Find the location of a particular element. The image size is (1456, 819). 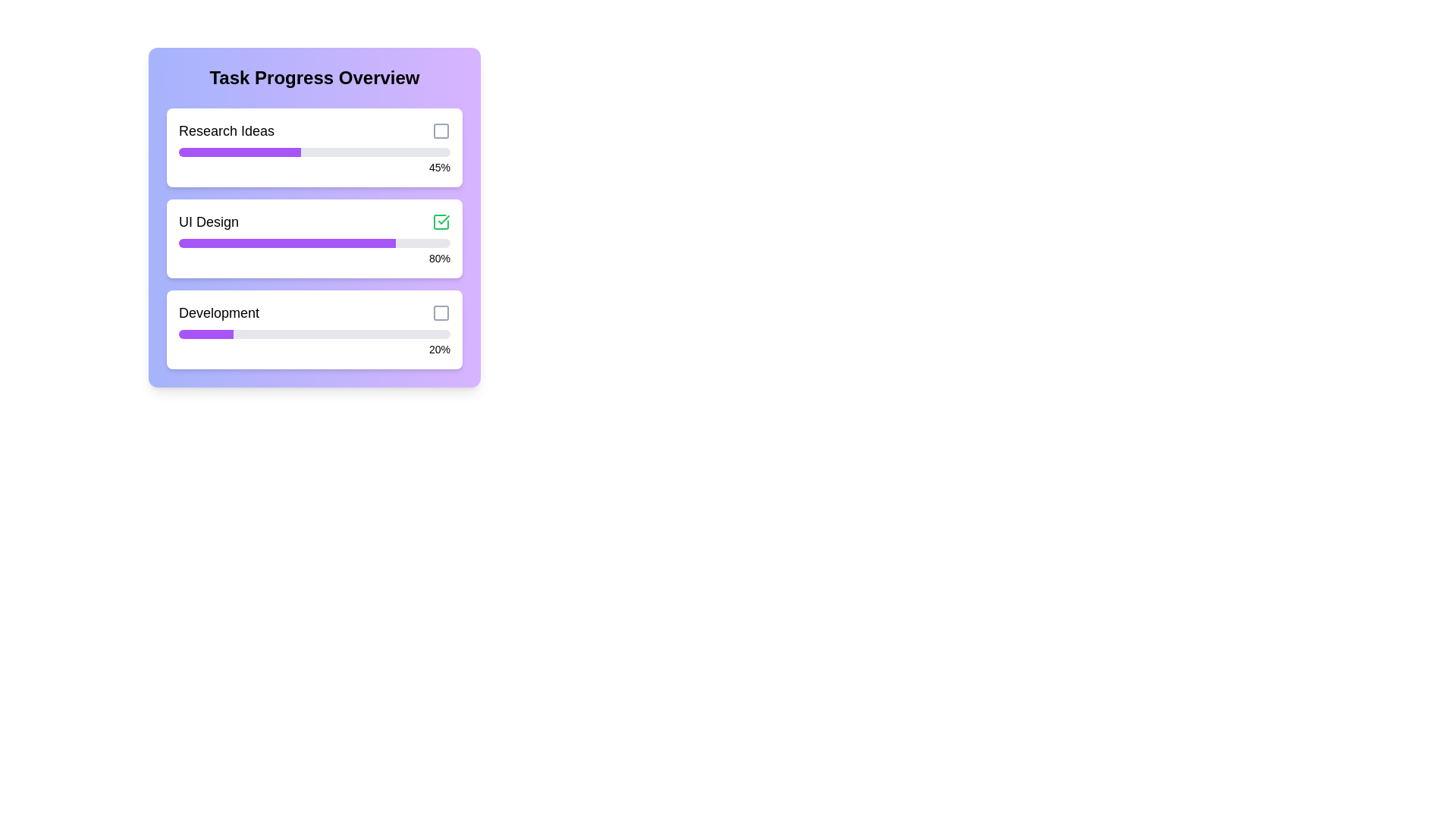

the progress bar completion is located at coordinates (374, 242).